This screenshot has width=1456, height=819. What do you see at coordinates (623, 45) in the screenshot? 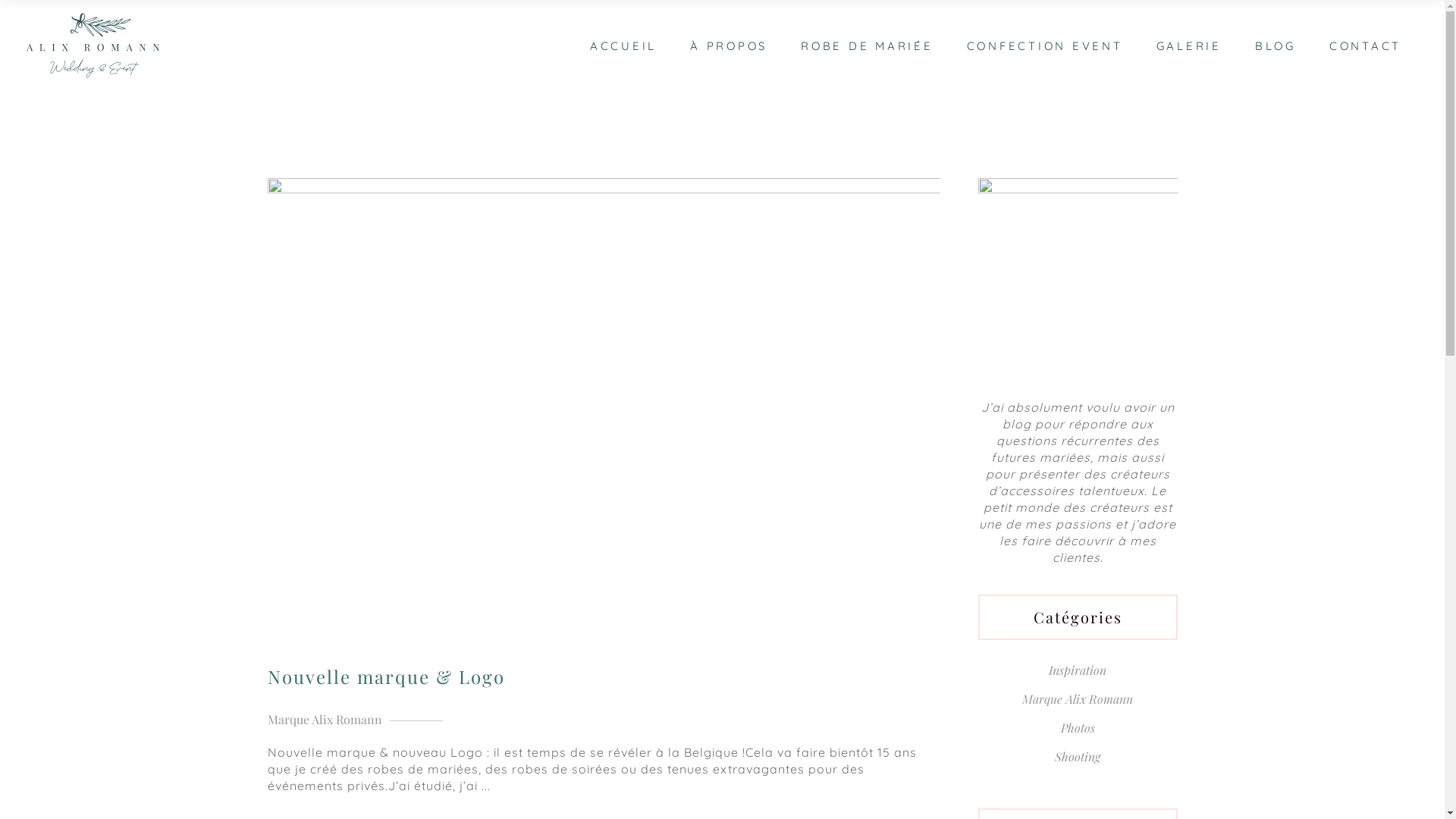
I see `'ACCUEIL'` at bounding box center [623, 45].